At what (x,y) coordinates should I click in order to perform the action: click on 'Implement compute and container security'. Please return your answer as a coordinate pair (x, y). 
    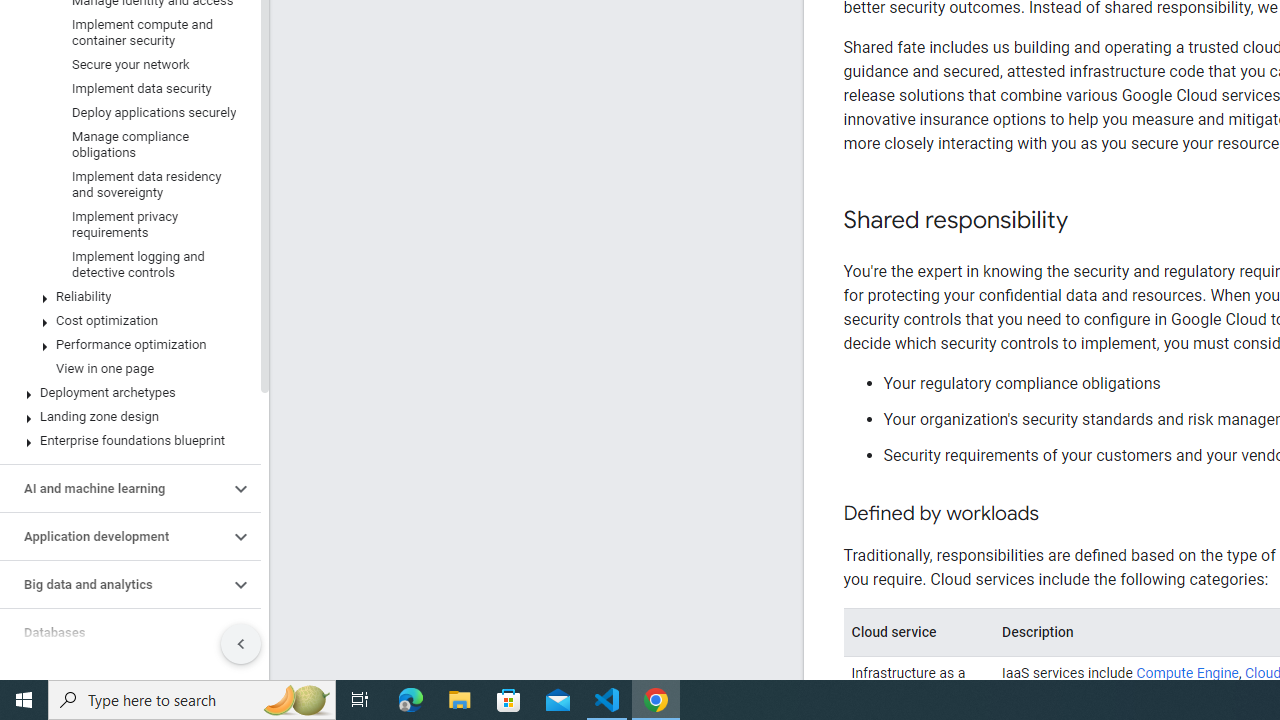
    Looking at the image, I should click on (125, 33).